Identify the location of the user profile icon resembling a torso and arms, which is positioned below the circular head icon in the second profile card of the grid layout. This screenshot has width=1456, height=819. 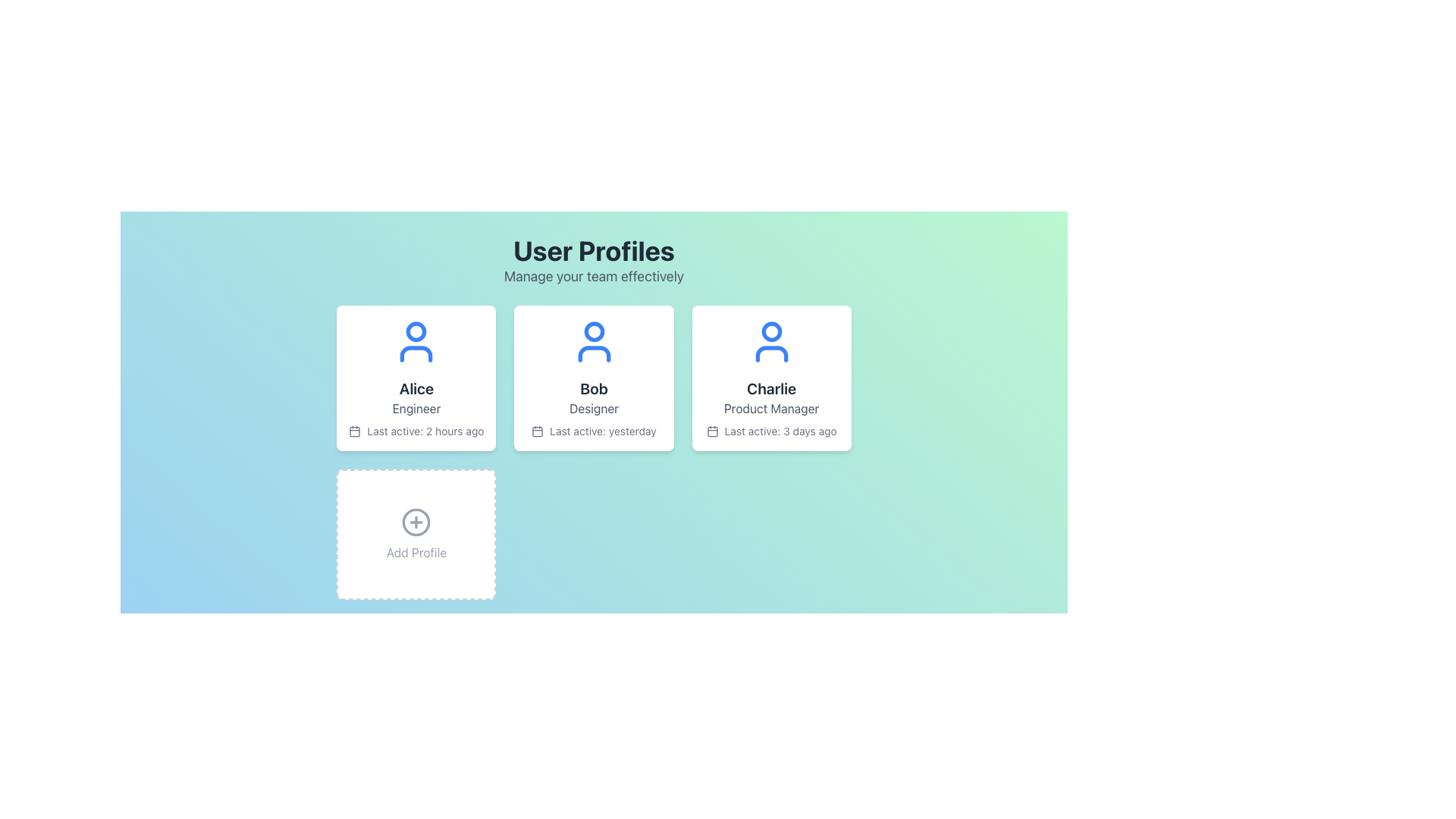
(593, 353).